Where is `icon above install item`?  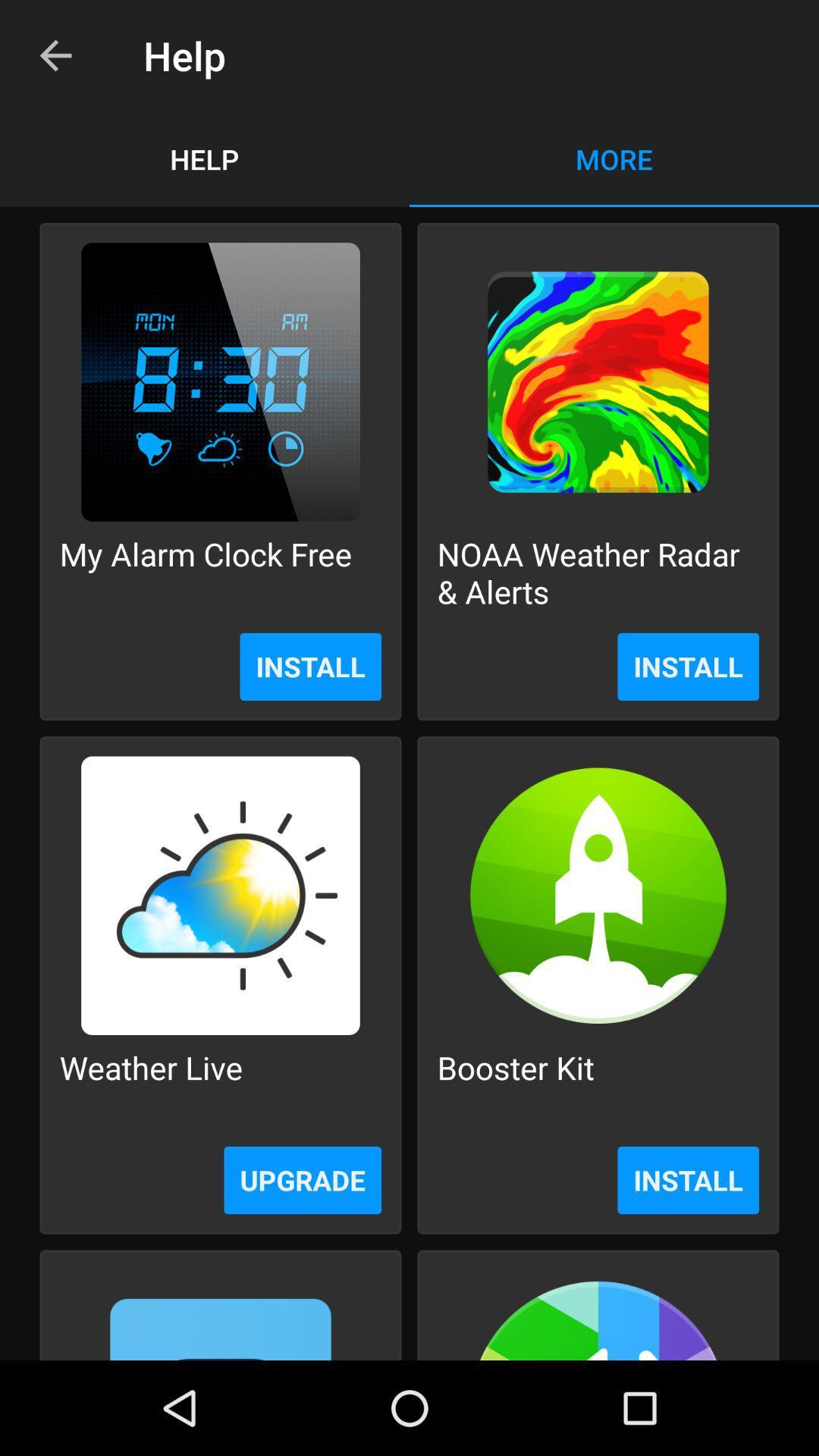
icon above install item is located at coordinates (206, 572).